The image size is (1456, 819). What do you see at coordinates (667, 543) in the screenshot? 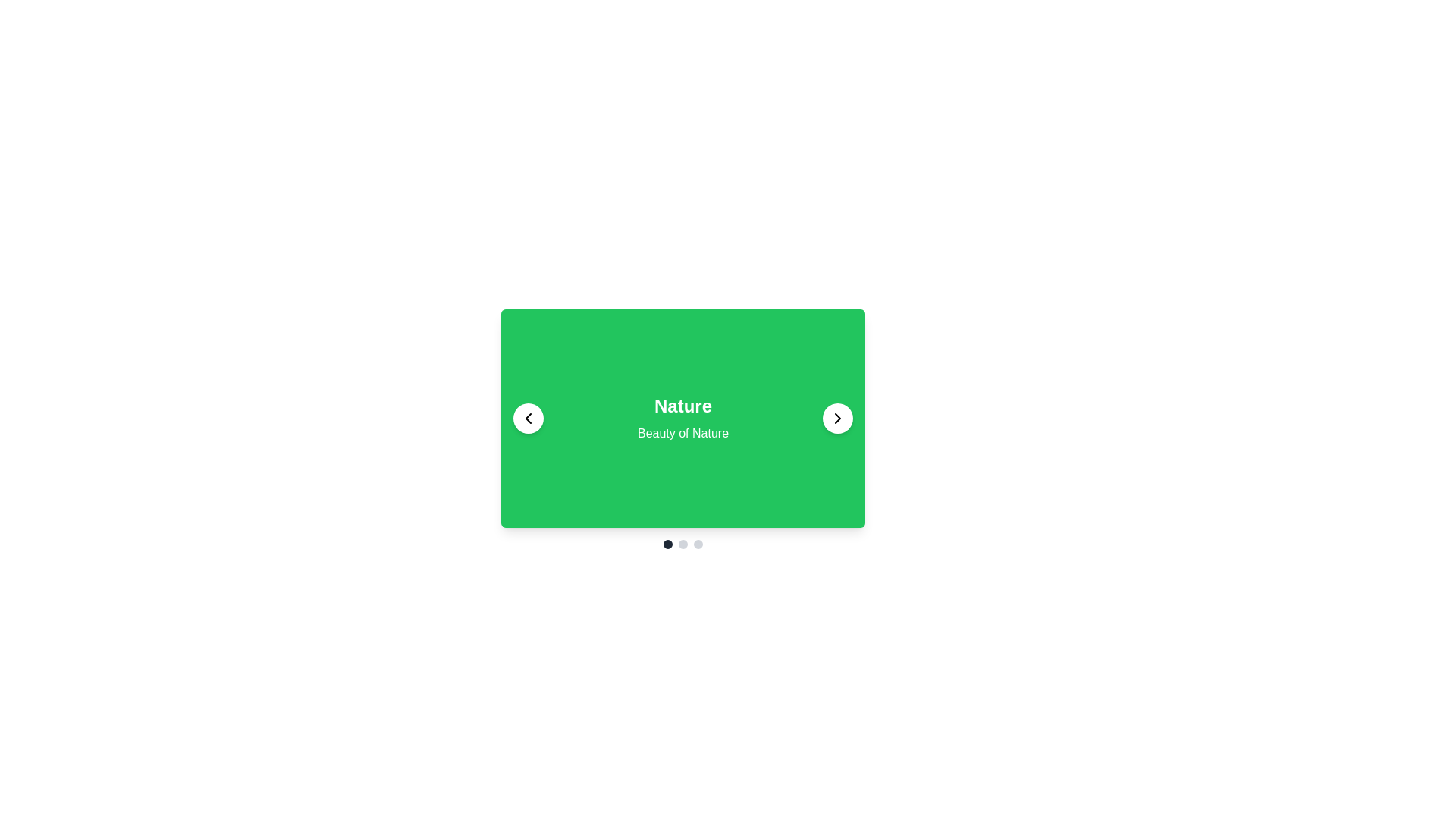
I see `the status of the Indicator Dot, which is the first circle in a horizontal row of three located at the bottom center of the card section` at bounding box center [667, 543].